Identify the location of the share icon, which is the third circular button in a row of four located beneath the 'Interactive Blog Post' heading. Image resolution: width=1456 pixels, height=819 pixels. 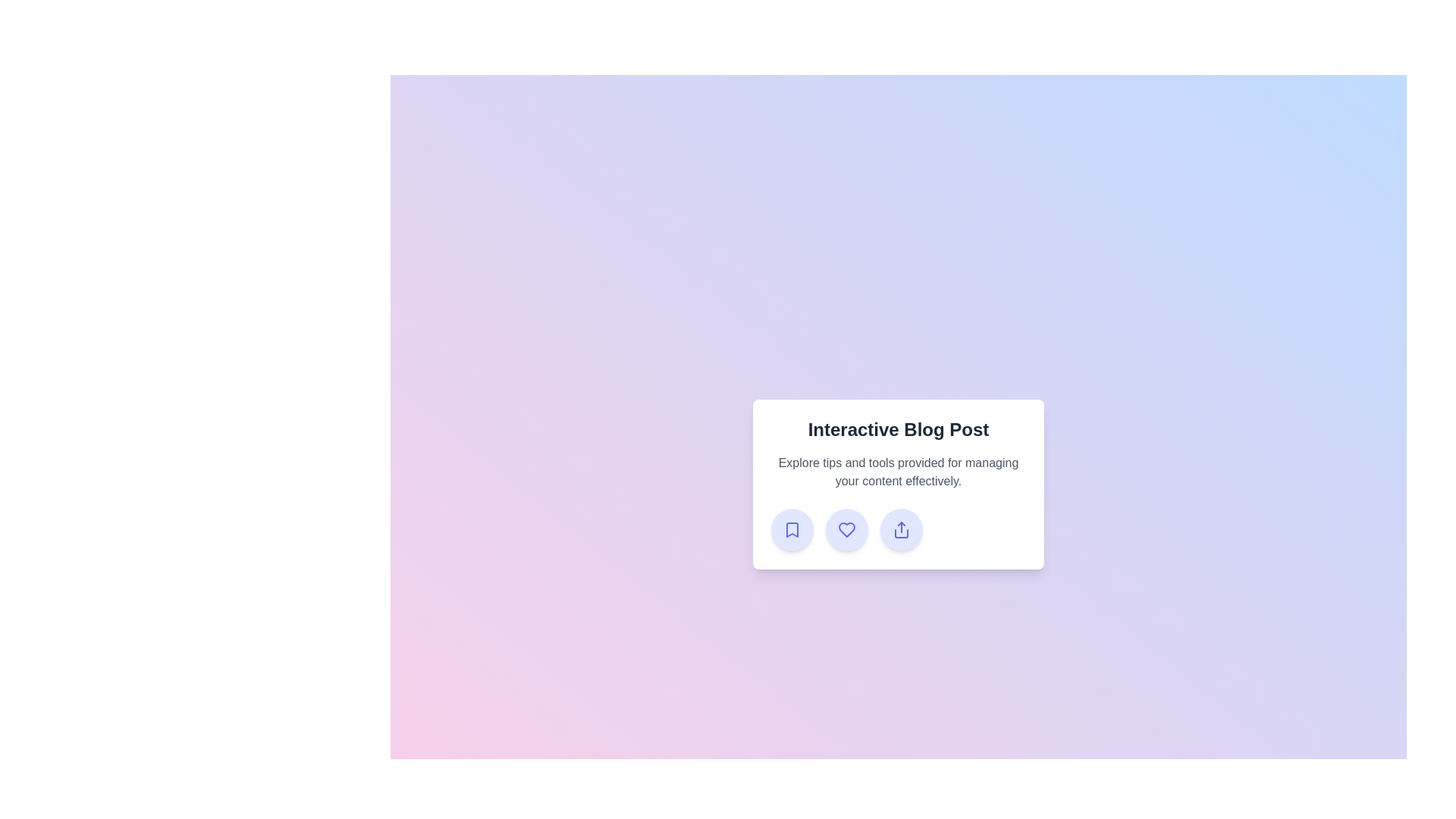
(902, 529).